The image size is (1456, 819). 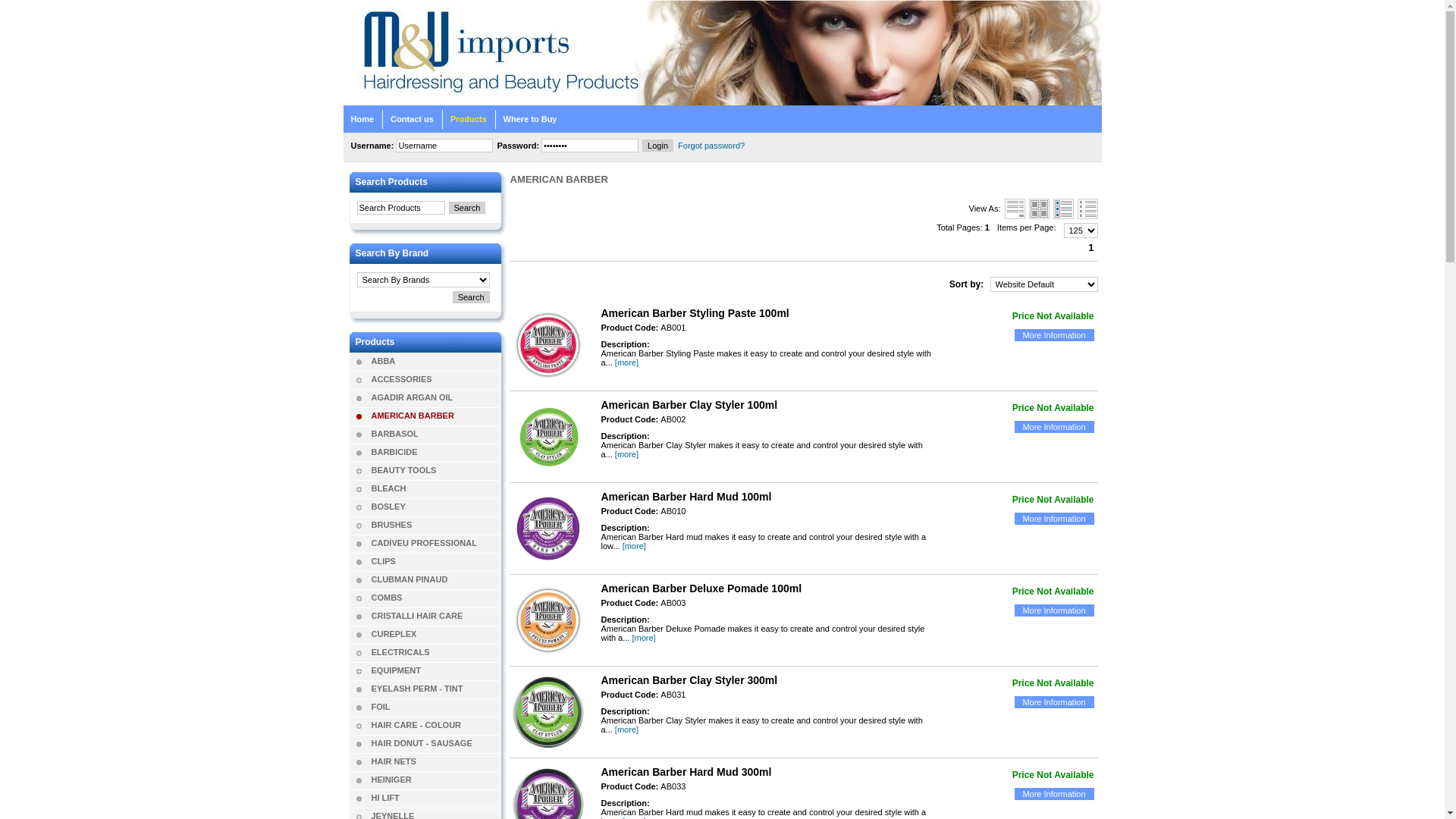 What do you see at coordinates (371, 669) in the screenshot?
I see `'EQUIPMENT'` at bounding box center [371, 669].